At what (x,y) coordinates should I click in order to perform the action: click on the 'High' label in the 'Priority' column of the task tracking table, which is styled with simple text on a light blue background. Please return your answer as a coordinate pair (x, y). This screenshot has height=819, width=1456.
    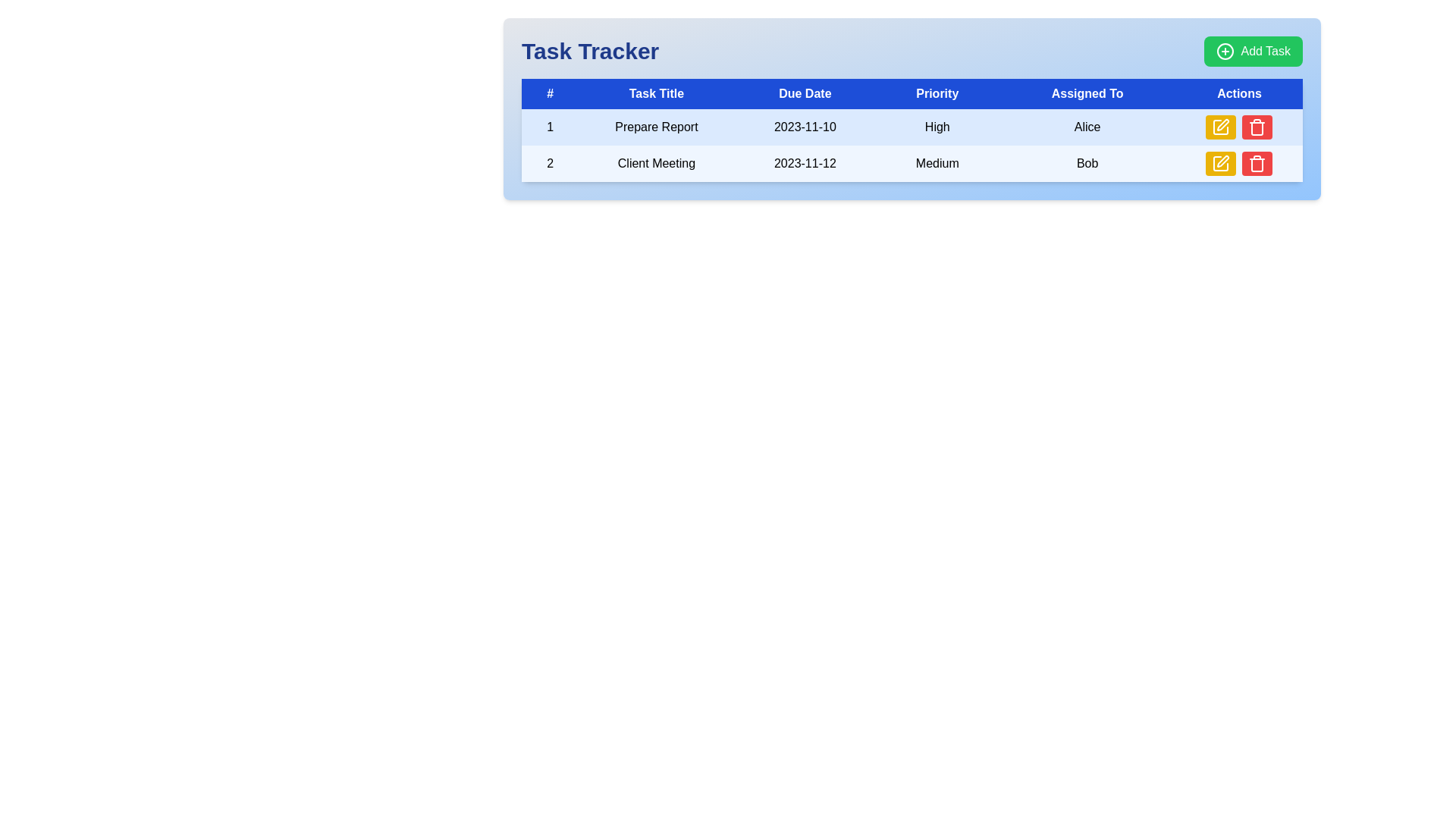
    Looking at the image, I should click on (937, 127).